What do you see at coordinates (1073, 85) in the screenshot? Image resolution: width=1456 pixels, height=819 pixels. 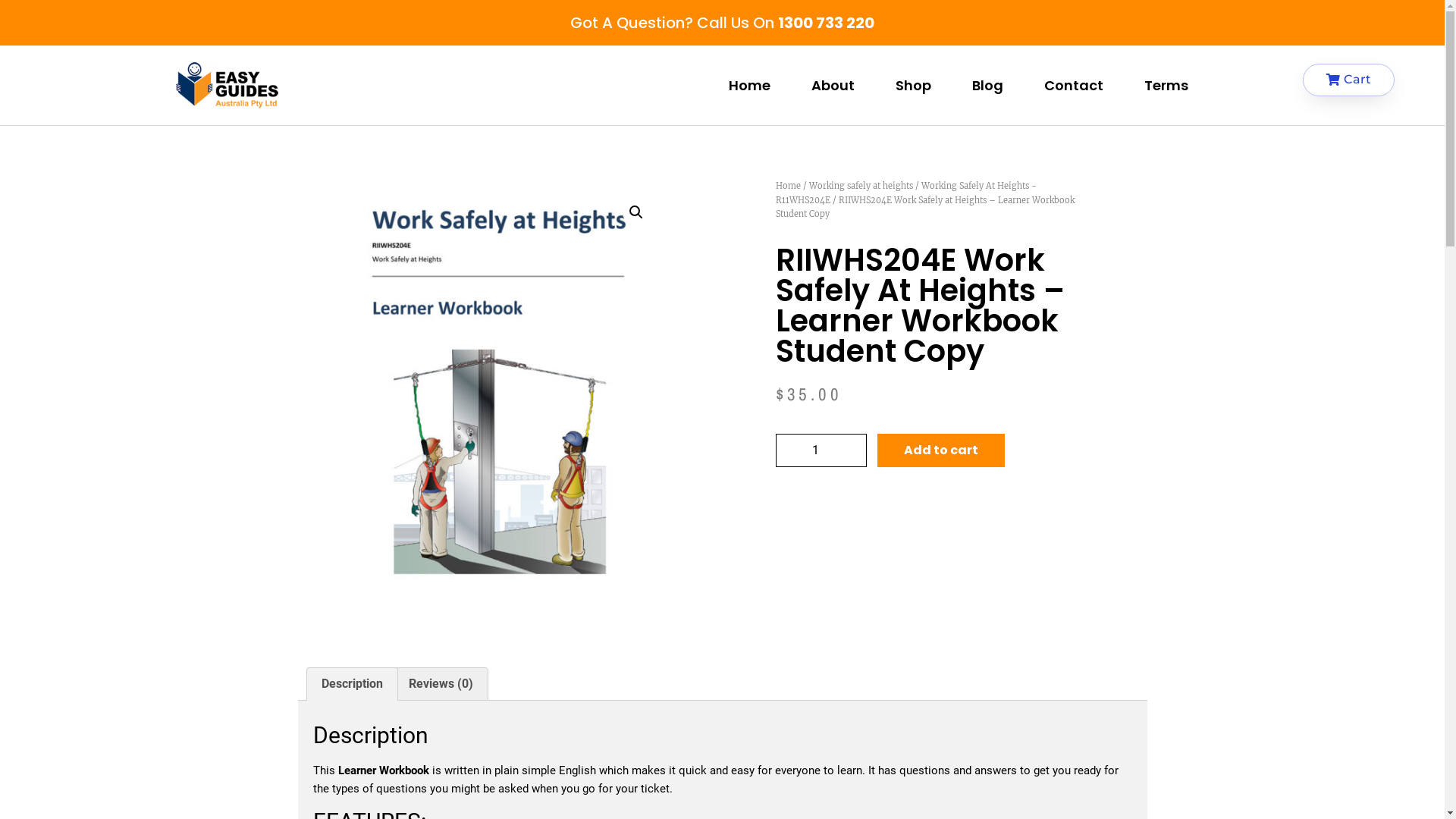 I see `'Contact'` at bounding box center [1073, 85].